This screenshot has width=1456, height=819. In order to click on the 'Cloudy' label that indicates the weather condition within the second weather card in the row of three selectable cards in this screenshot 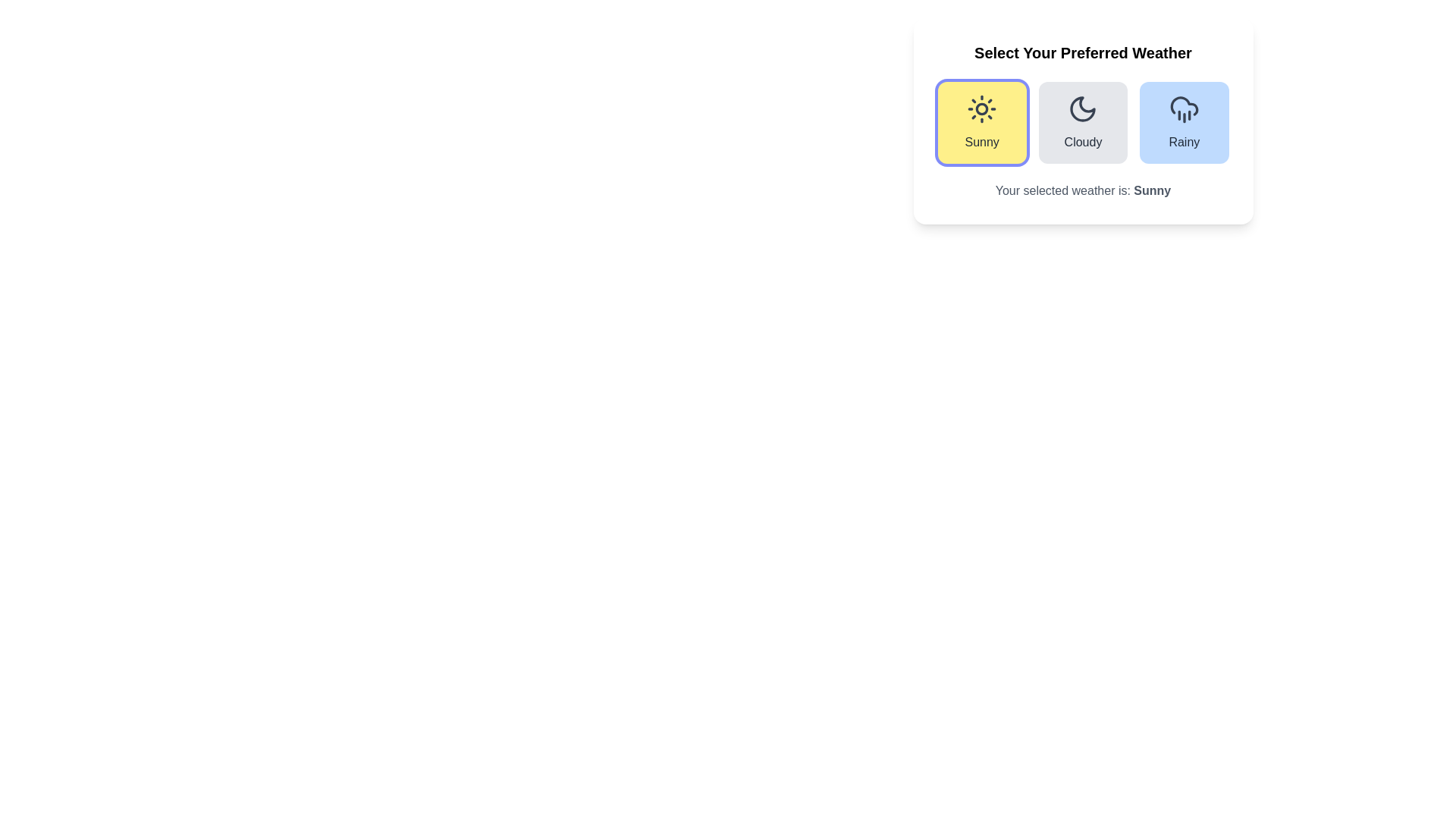, I will do `click(1082, 143)`.